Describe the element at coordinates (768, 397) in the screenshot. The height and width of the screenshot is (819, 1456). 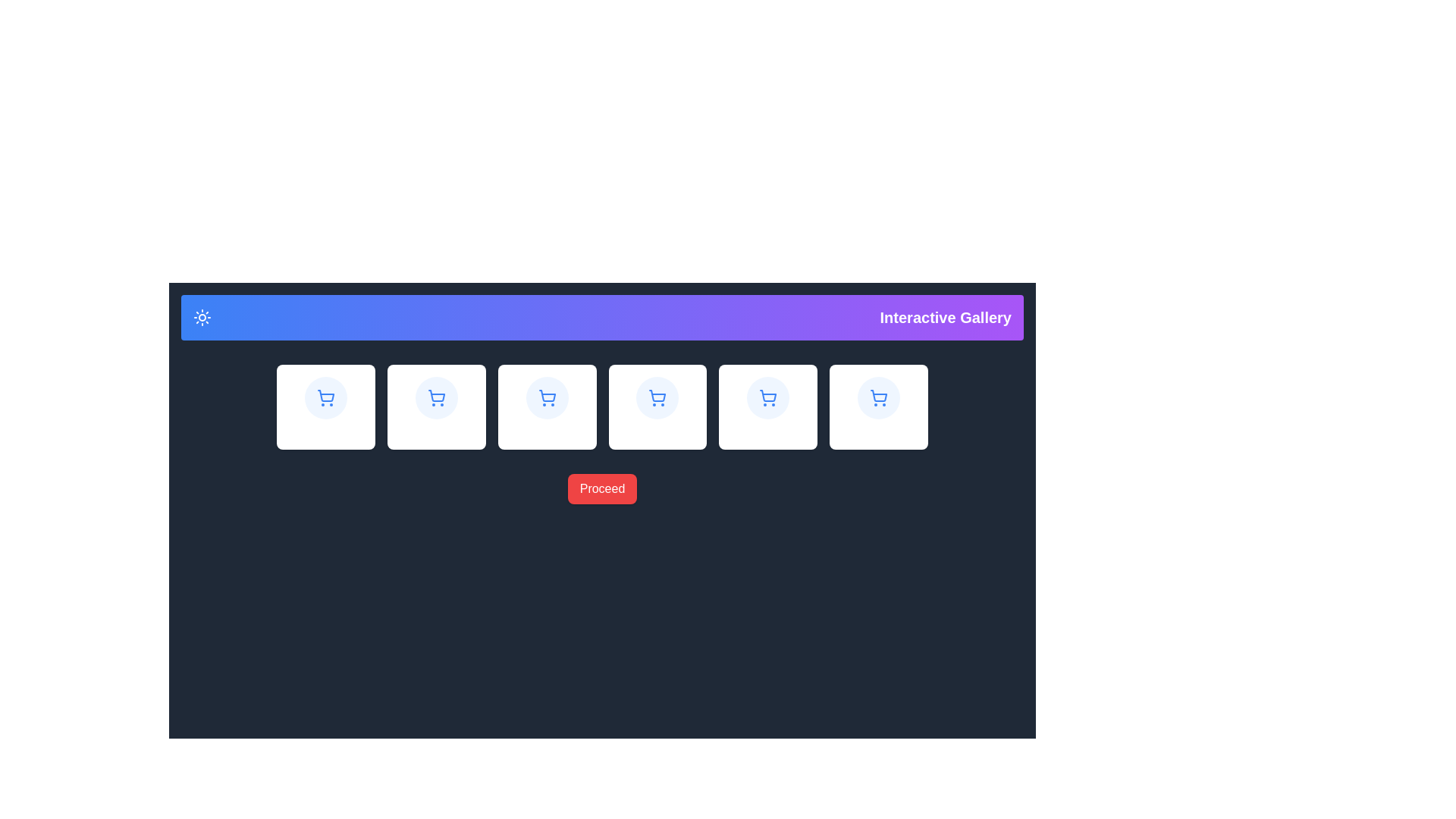
I see `the shopping cart icon located in the card labeled 'Moon', which is the fifth card from the left in a horizontally arranged set of cards` at that location.